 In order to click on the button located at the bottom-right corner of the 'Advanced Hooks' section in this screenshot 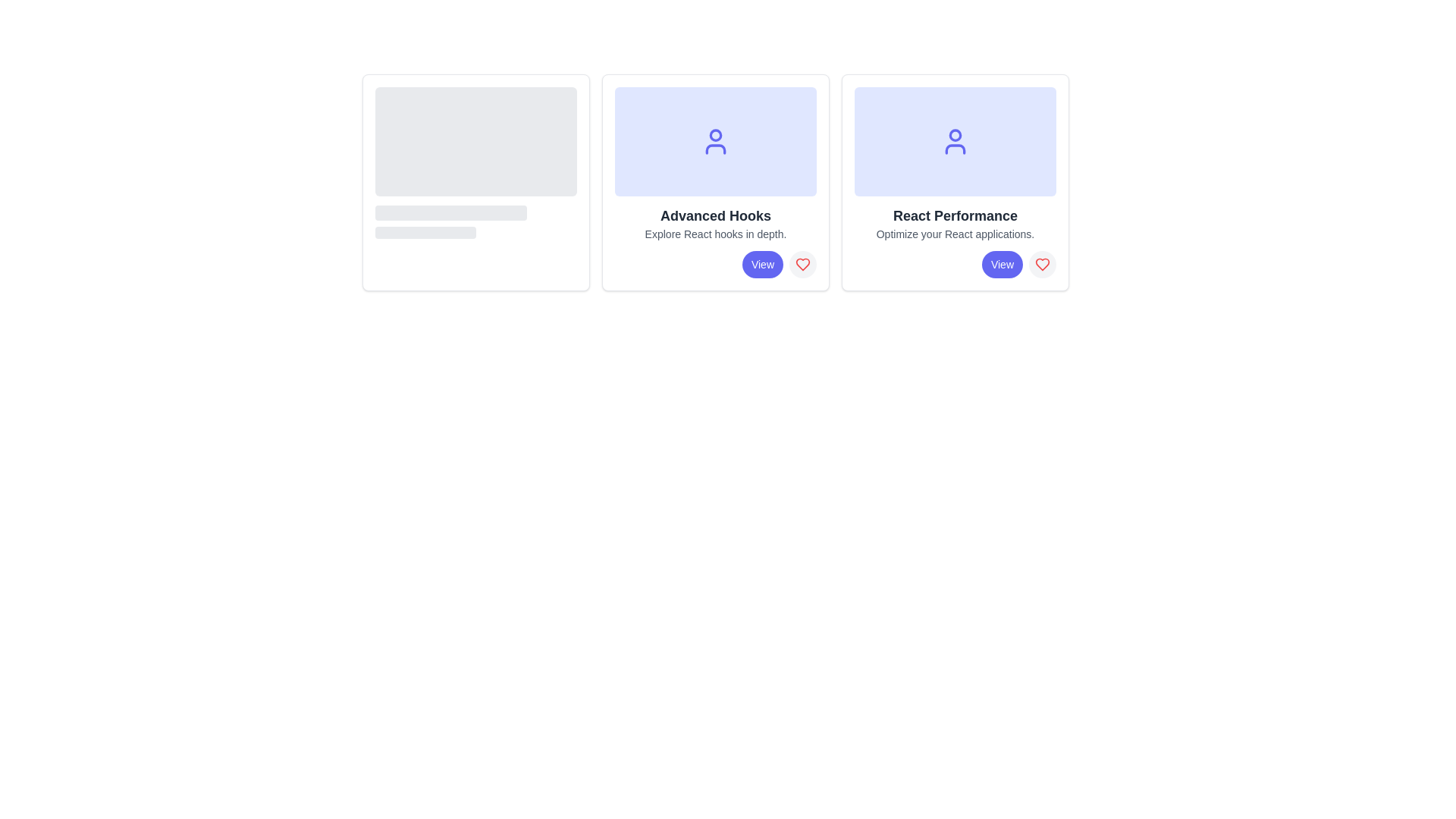, I will do `click(762, 263)`.